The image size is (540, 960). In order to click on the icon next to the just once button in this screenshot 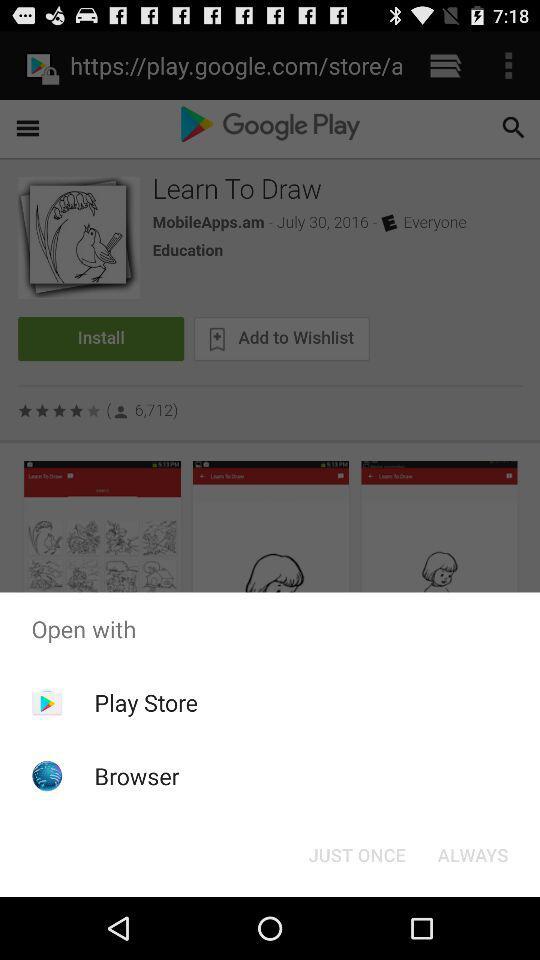, I will do `click(472, 853)`.